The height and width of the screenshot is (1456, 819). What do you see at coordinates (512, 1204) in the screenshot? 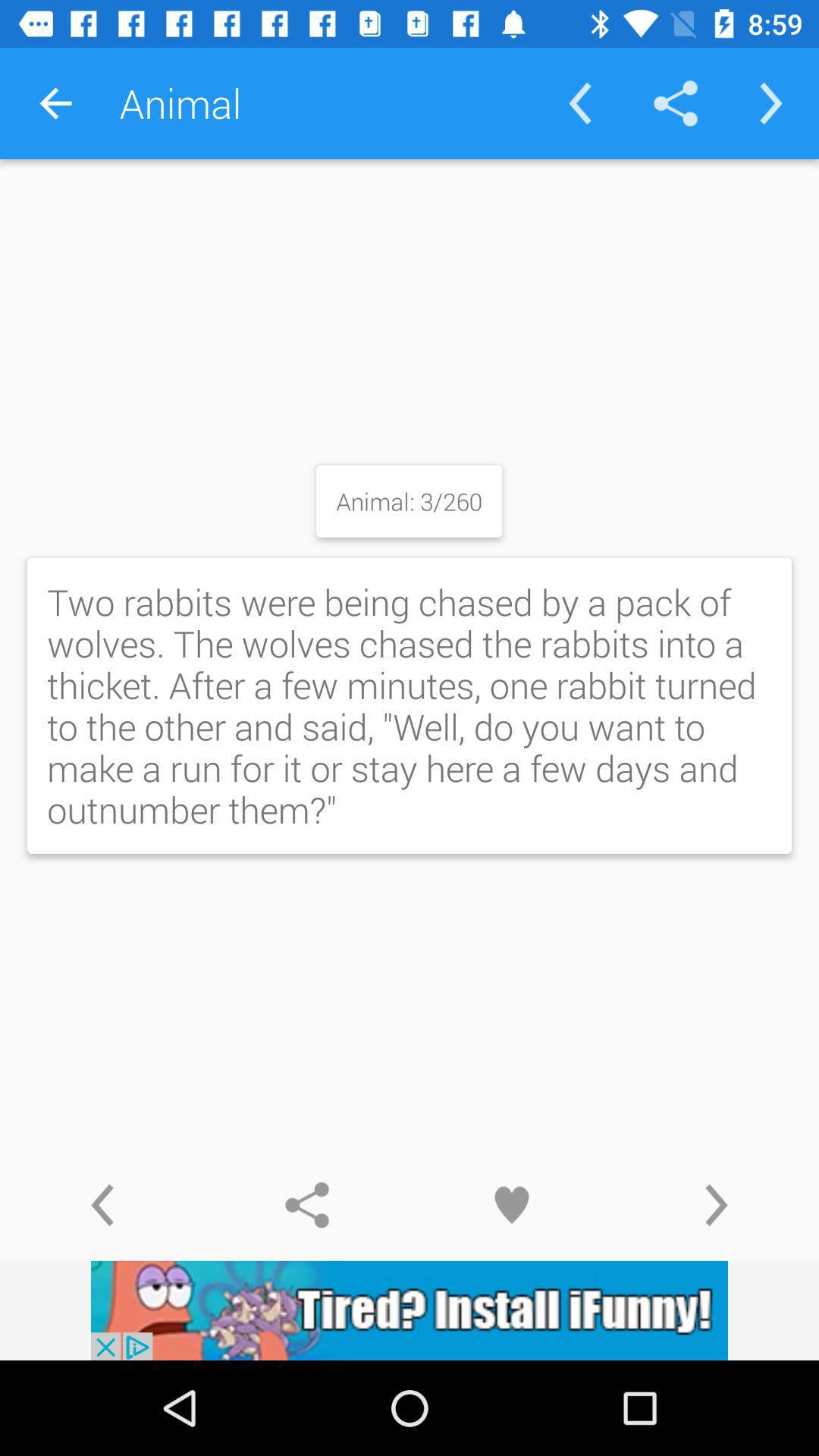
I see `content` at bounding box center [512, 1204].